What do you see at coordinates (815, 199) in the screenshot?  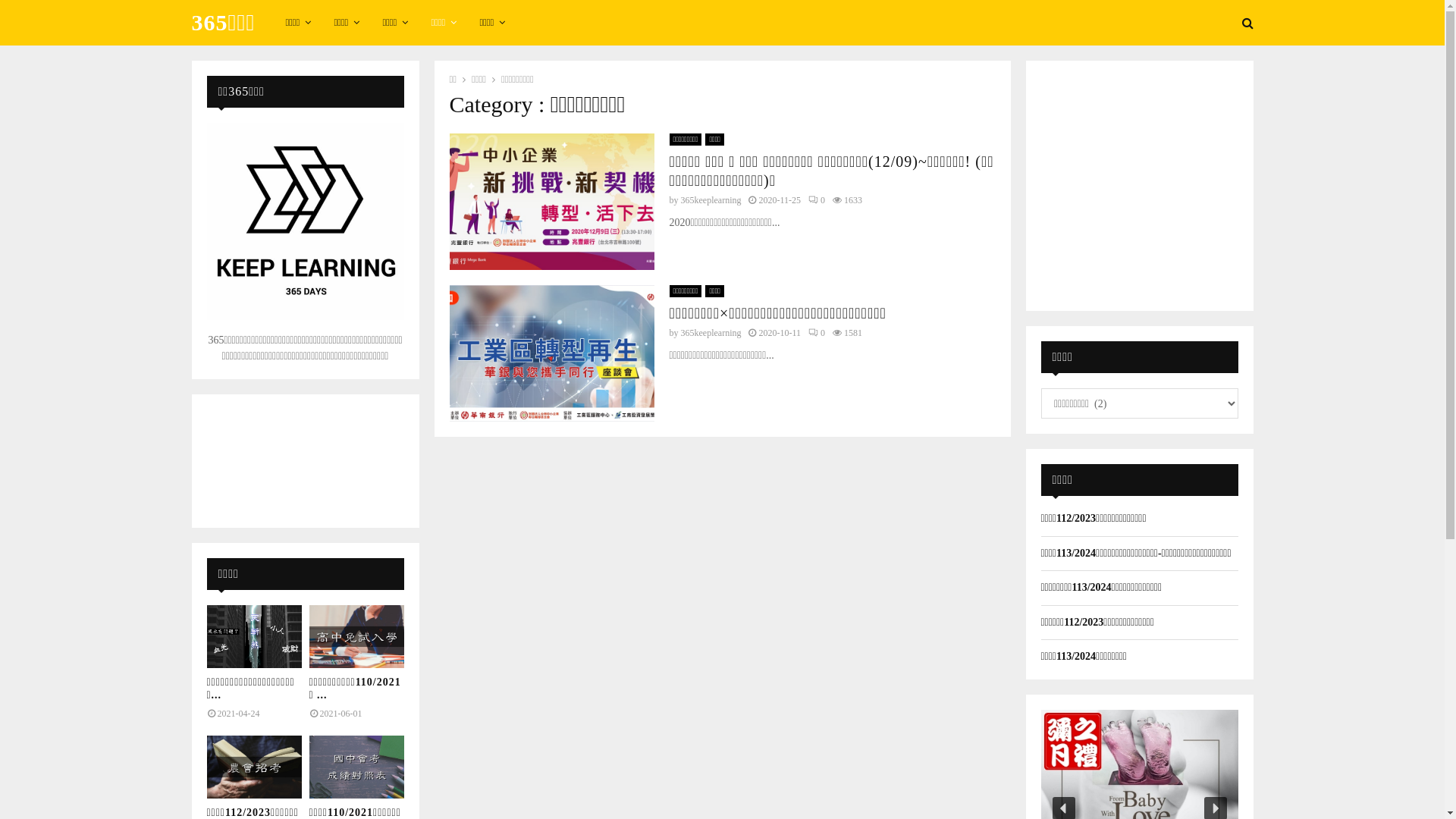 I see `'0'` at bounding box center [815, 199].